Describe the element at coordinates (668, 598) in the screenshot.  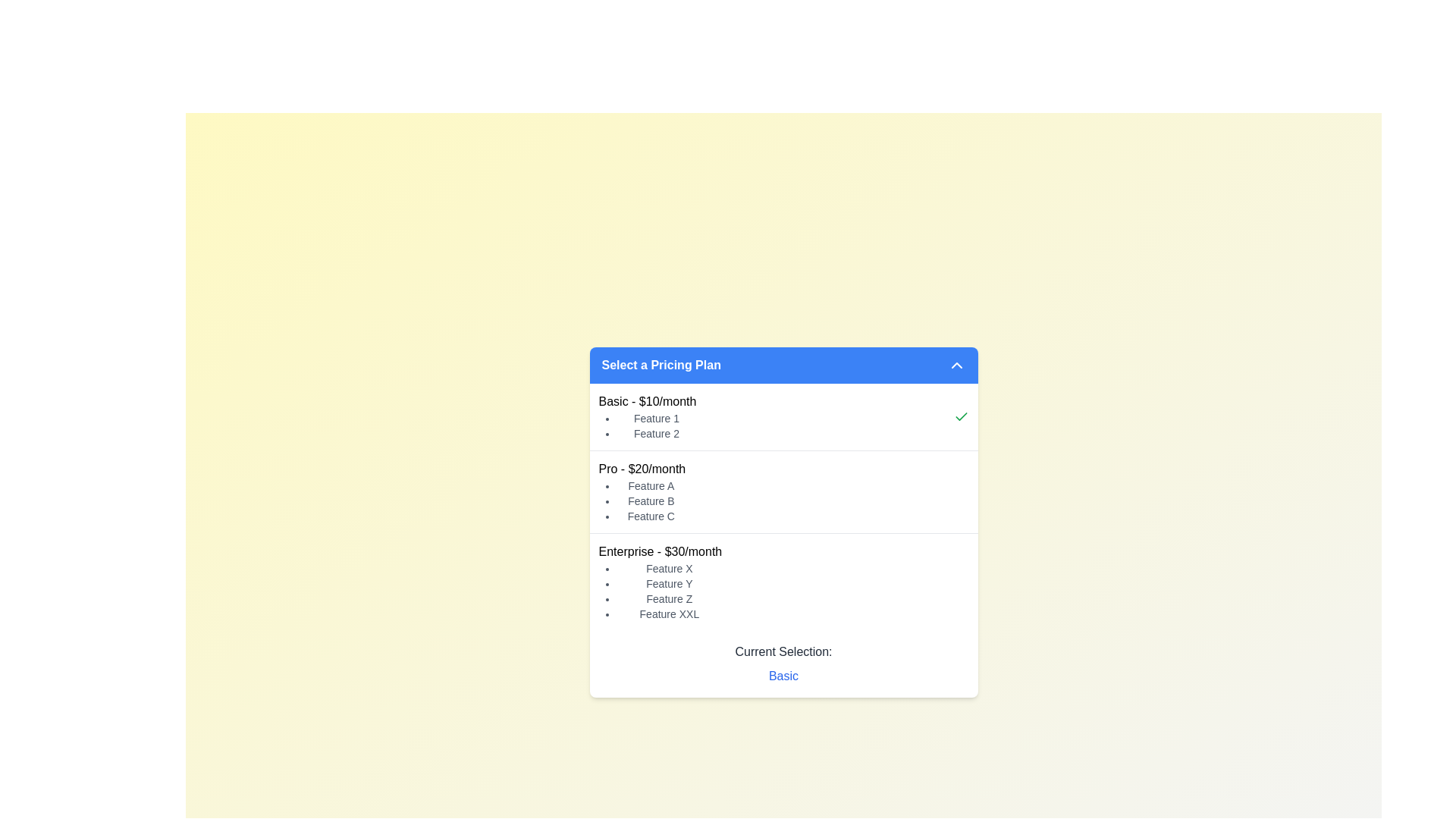
I see `the text item displaying 'Feature Z' in the bullet list under the 'Enterprise - $30/month' section, which is the third item in the list` at that location.